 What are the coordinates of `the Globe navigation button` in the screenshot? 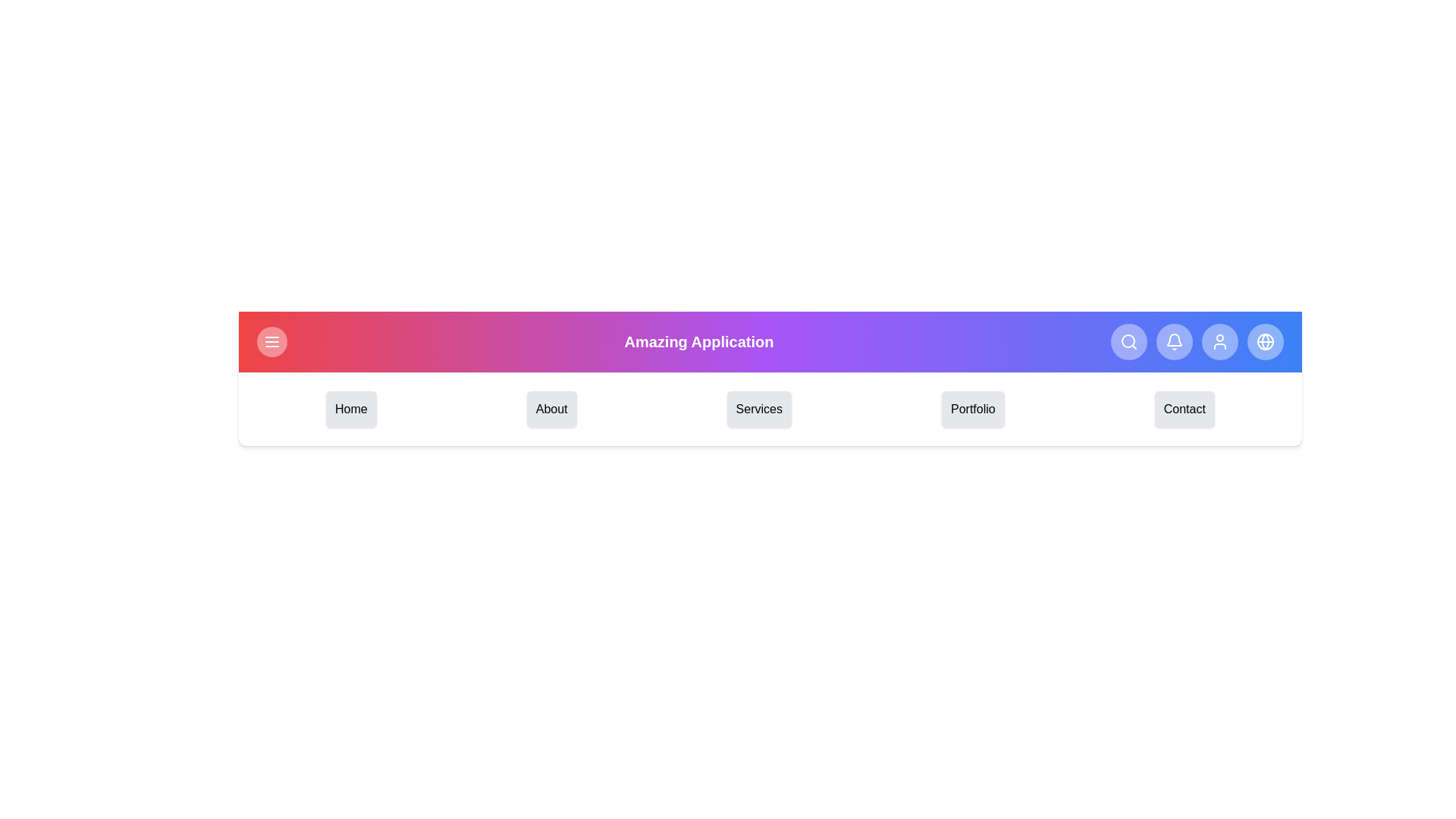 It's located at (1266, 342).